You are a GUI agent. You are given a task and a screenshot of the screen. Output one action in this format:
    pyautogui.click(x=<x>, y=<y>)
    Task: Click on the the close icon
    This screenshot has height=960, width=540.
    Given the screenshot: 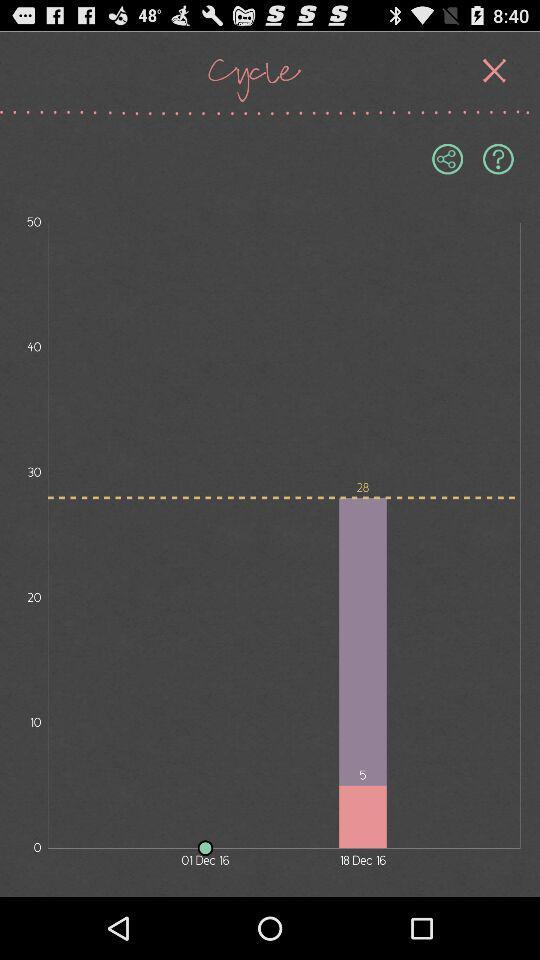 What is the action you would take?
    pyautogui.click(x=494, y=75)
    